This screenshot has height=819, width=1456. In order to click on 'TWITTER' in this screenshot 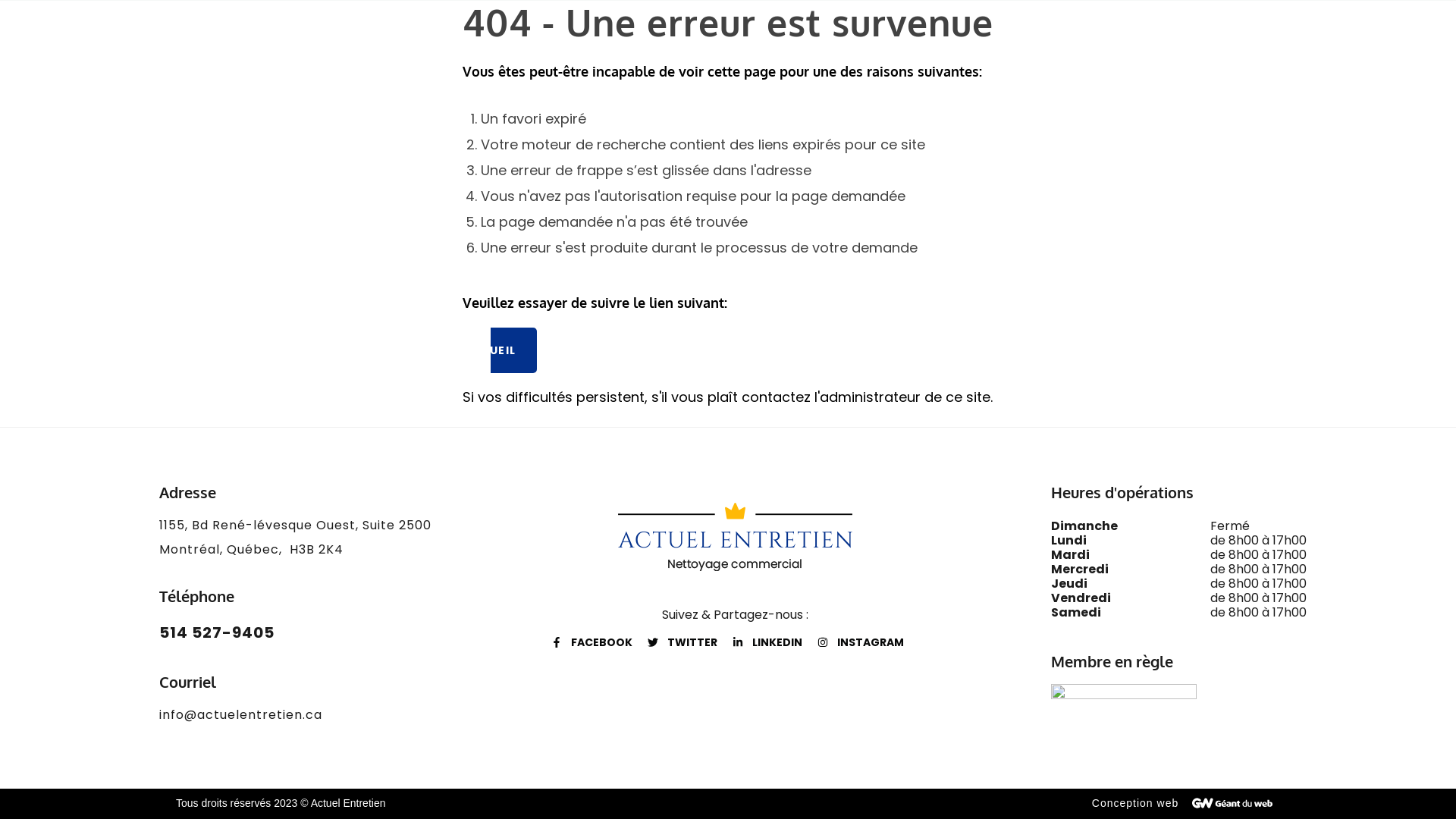, I will do `click(682, 643)`.